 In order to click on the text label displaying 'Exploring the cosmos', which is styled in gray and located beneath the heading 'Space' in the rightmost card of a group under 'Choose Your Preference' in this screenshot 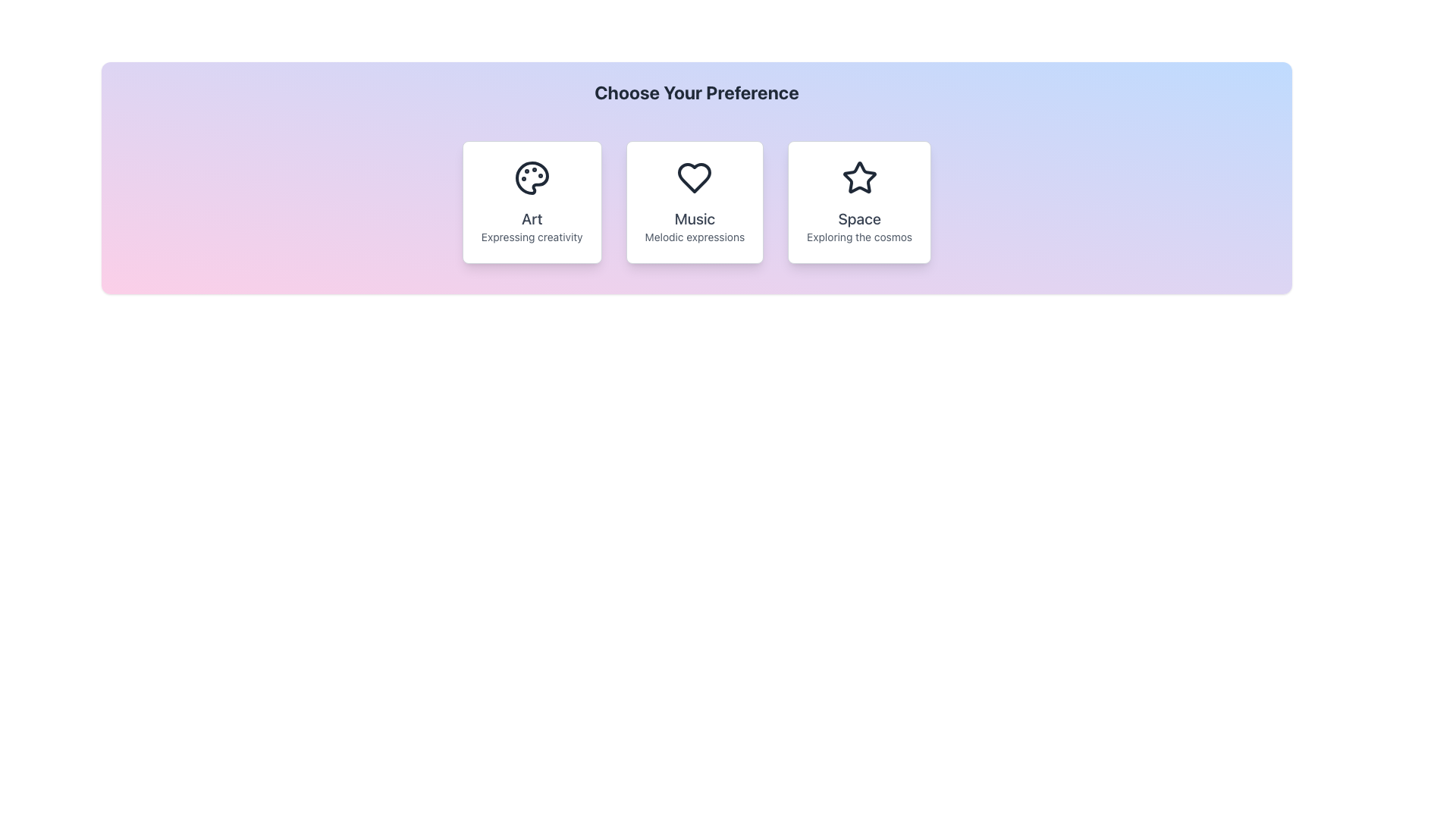, I will do `click(859, 237)`.